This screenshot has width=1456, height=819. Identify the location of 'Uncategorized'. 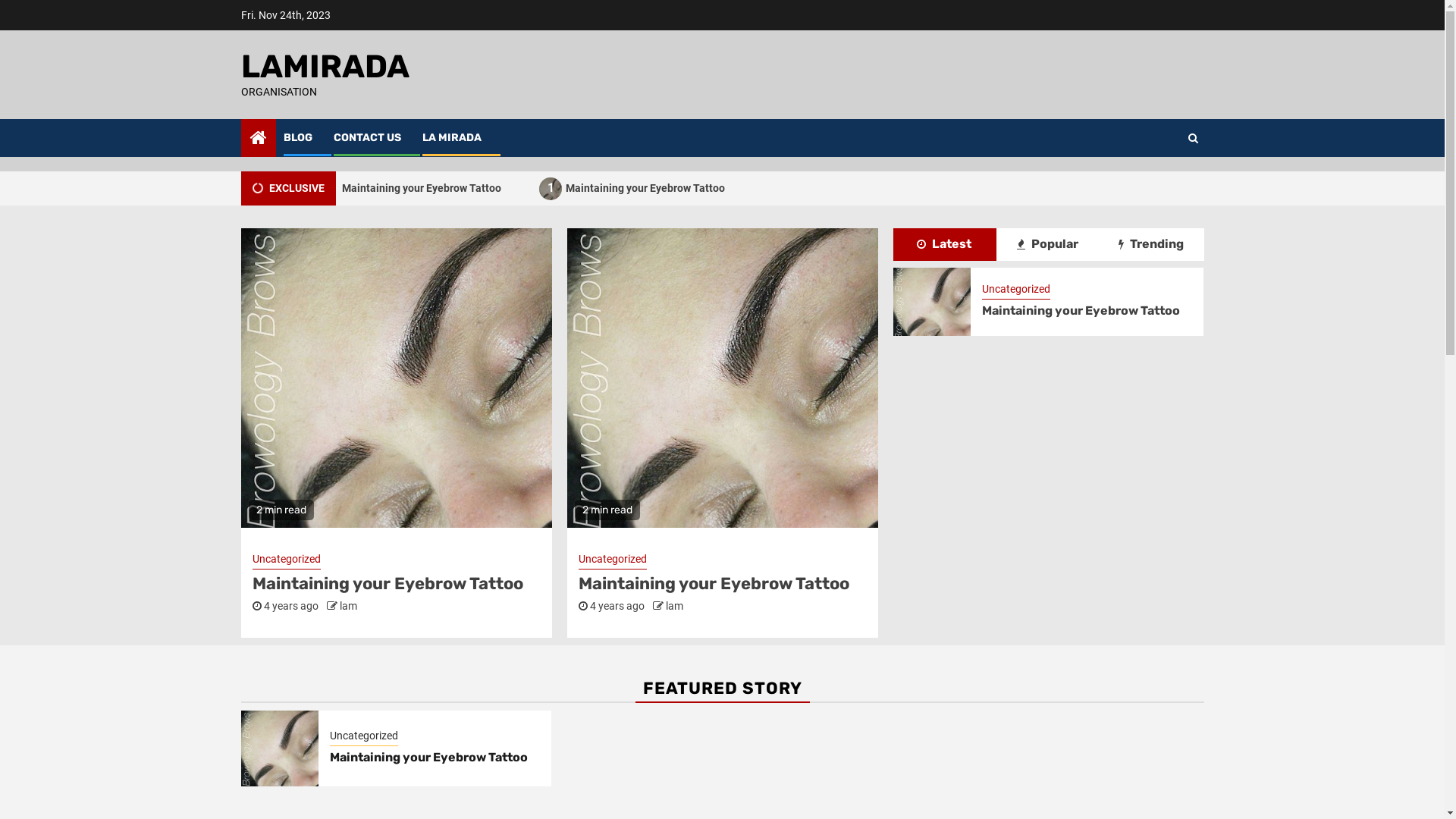
(286, 560).